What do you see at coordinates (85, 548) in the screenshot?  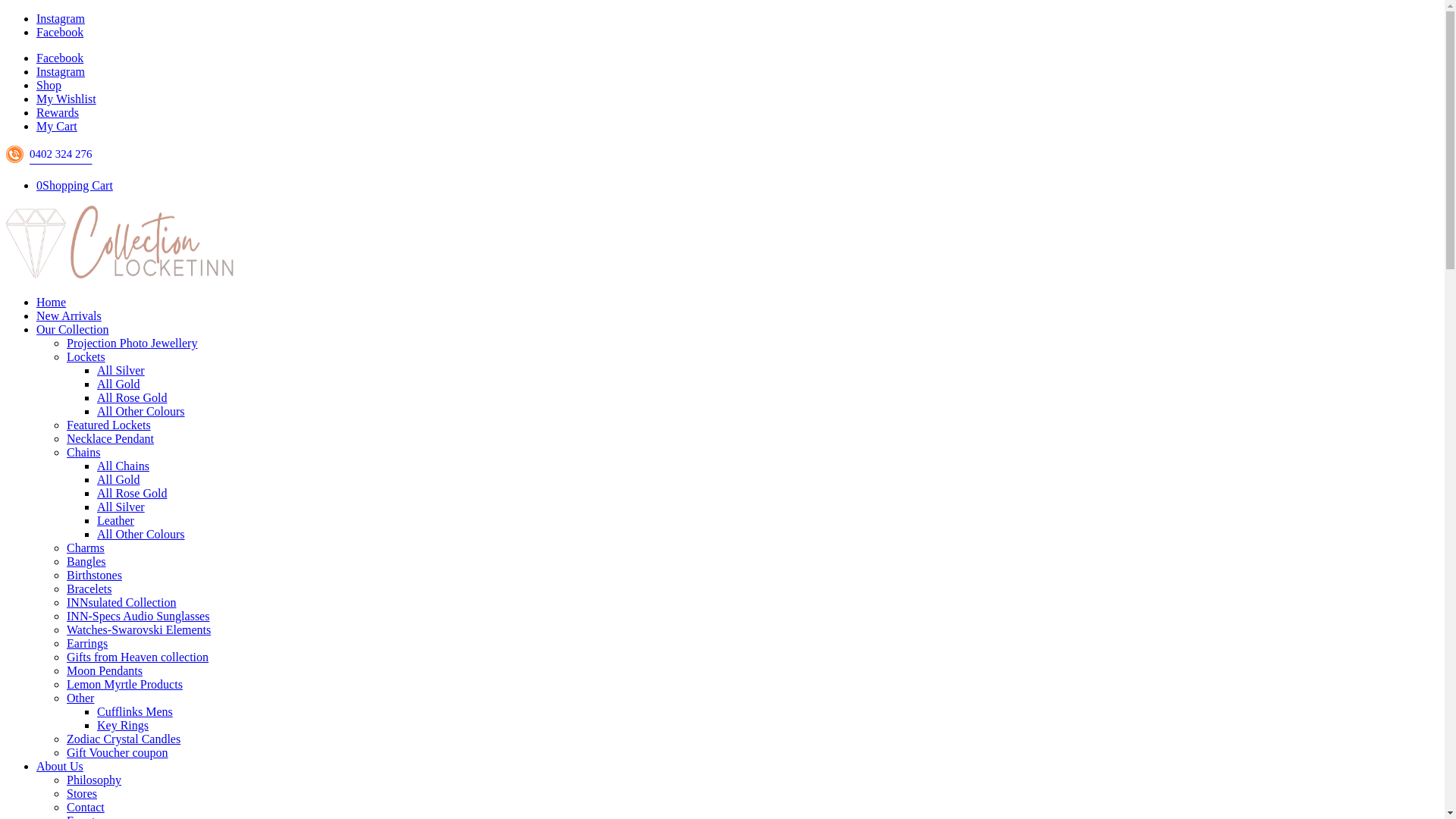 I see `'Charms'` at bounding box center [85, 548].